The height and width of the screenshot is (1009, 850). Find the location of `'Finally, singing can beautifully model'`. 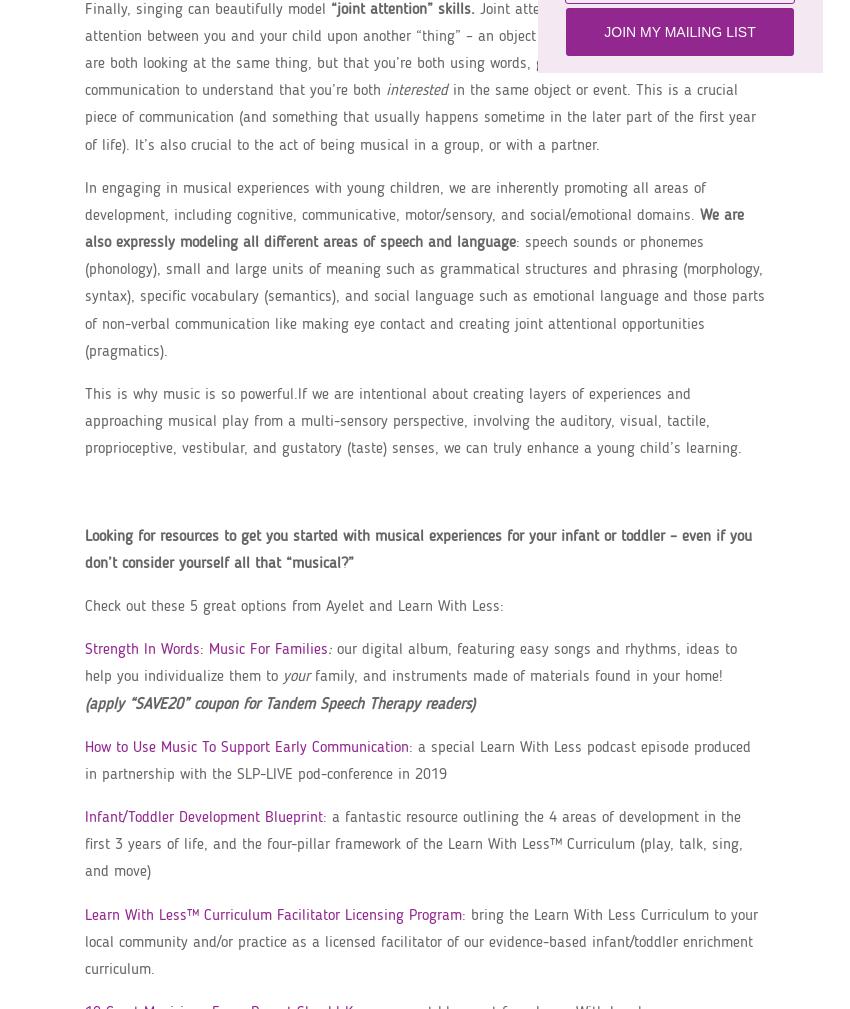

'Finally, singing can beautifully model' is located at coordinates (85, 7).